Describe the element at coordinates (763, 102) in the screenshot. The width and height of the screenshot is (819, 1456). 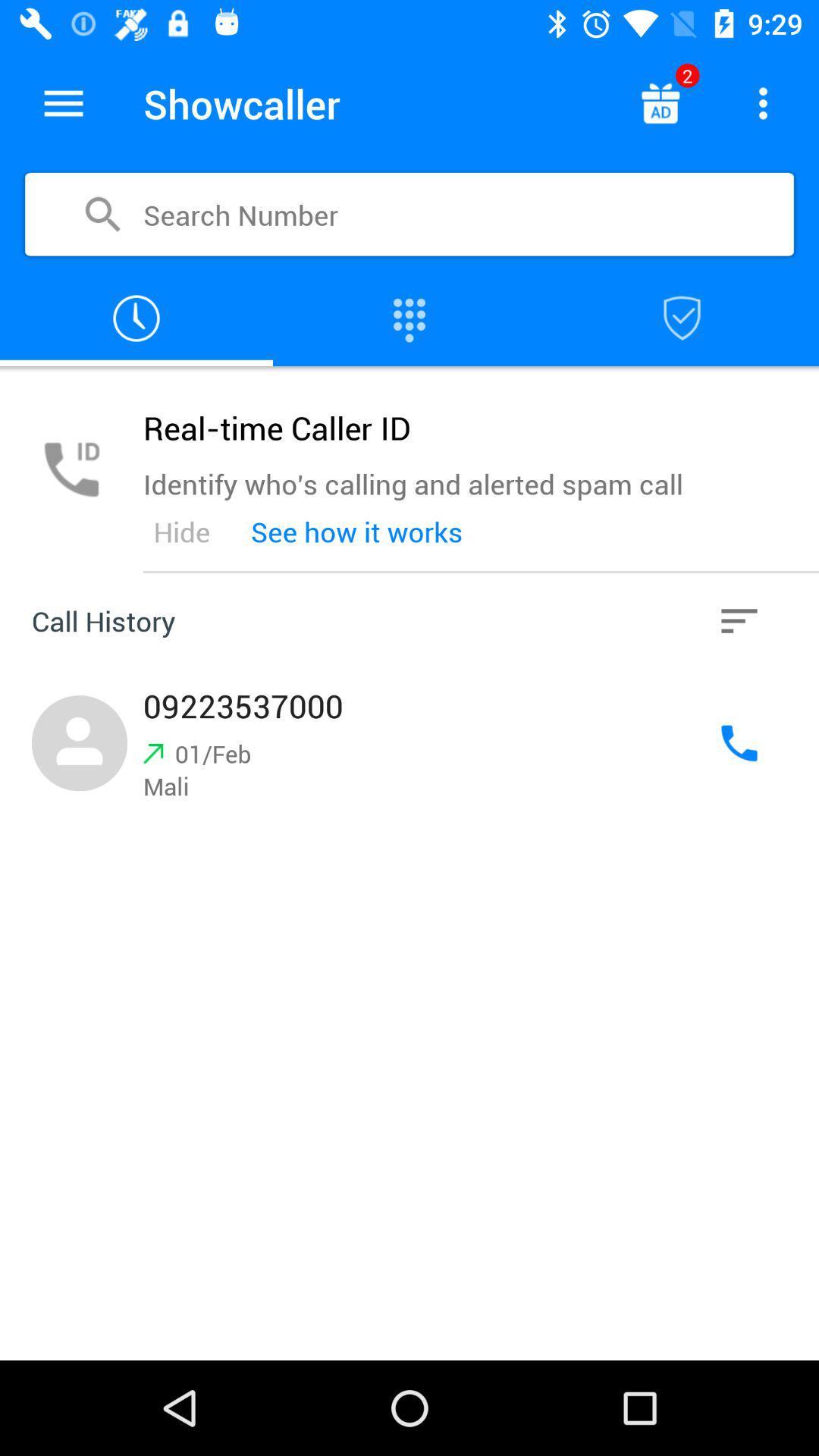
I see `show settings or changes` at that location.